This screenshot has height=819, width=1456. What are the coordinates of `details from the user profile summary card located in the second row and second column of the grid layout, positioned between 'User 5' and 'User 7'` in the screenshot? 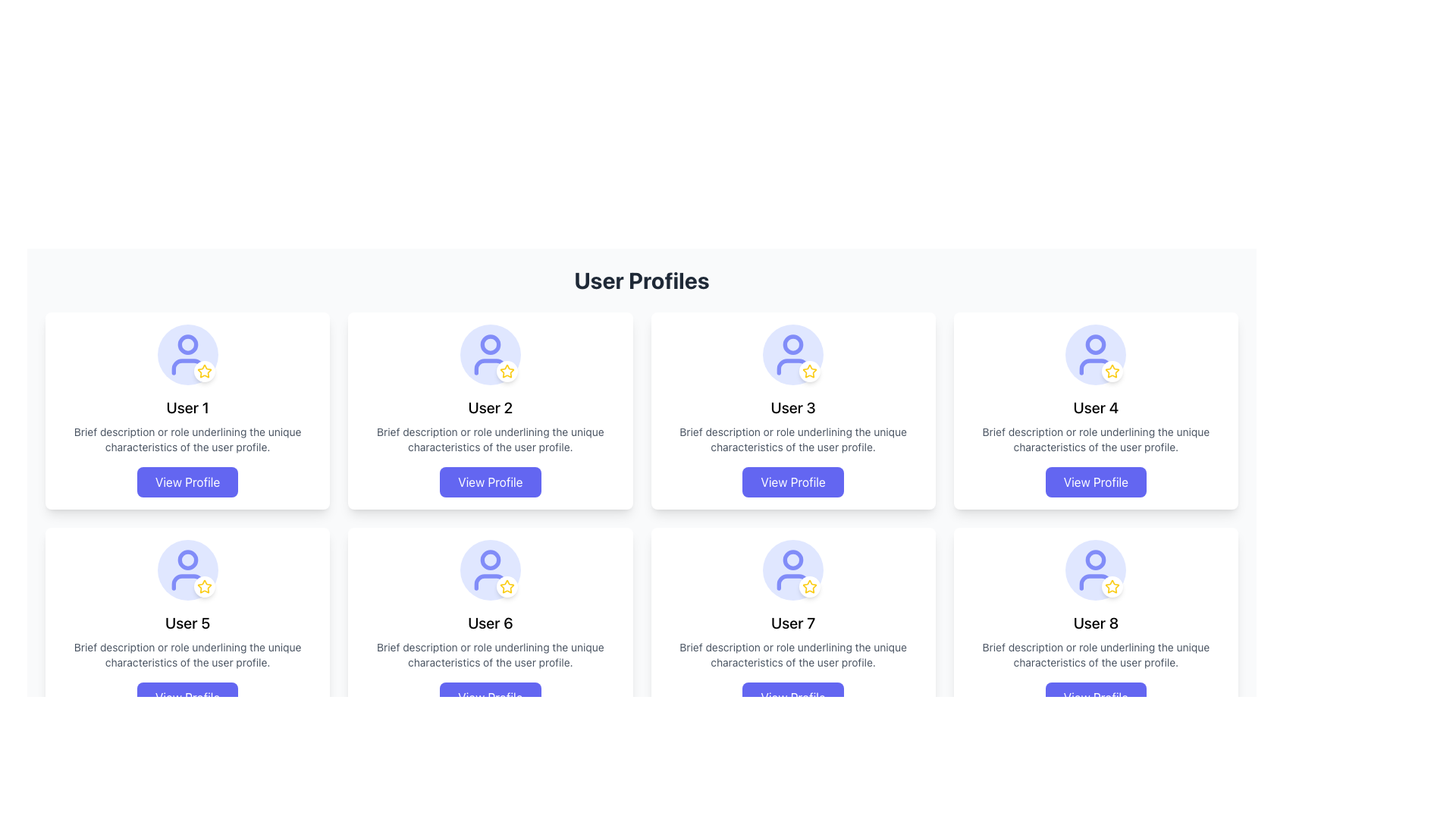 It's located at (490, 626).